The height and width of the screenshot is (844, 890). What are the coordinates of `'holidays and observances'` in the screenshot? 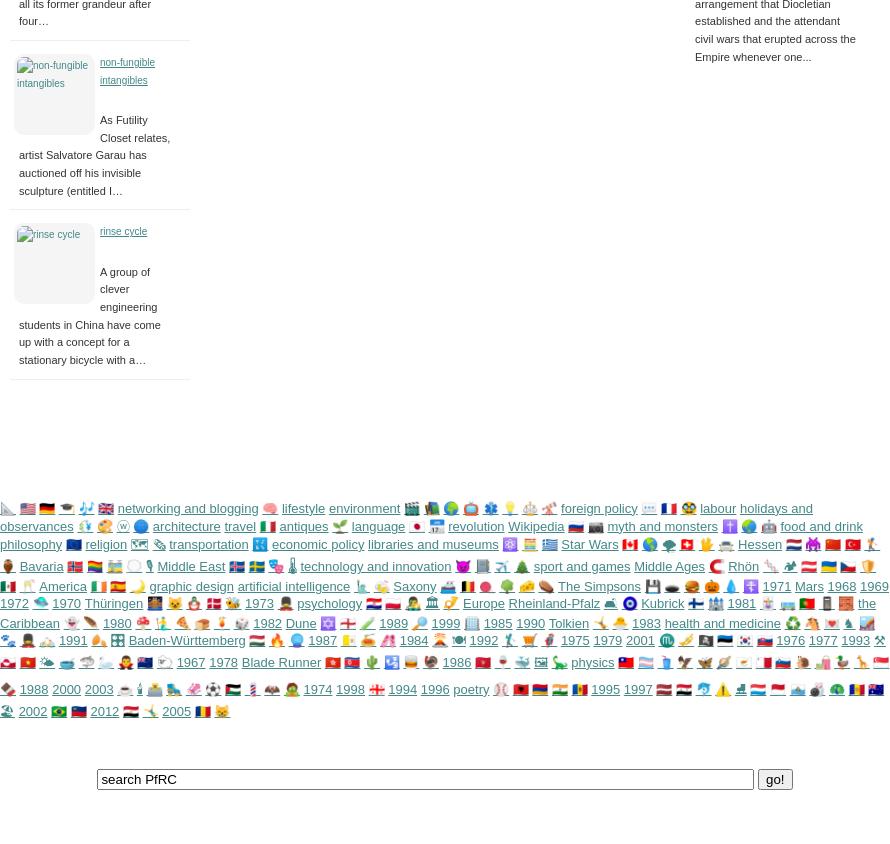 It's located at (405, 515).